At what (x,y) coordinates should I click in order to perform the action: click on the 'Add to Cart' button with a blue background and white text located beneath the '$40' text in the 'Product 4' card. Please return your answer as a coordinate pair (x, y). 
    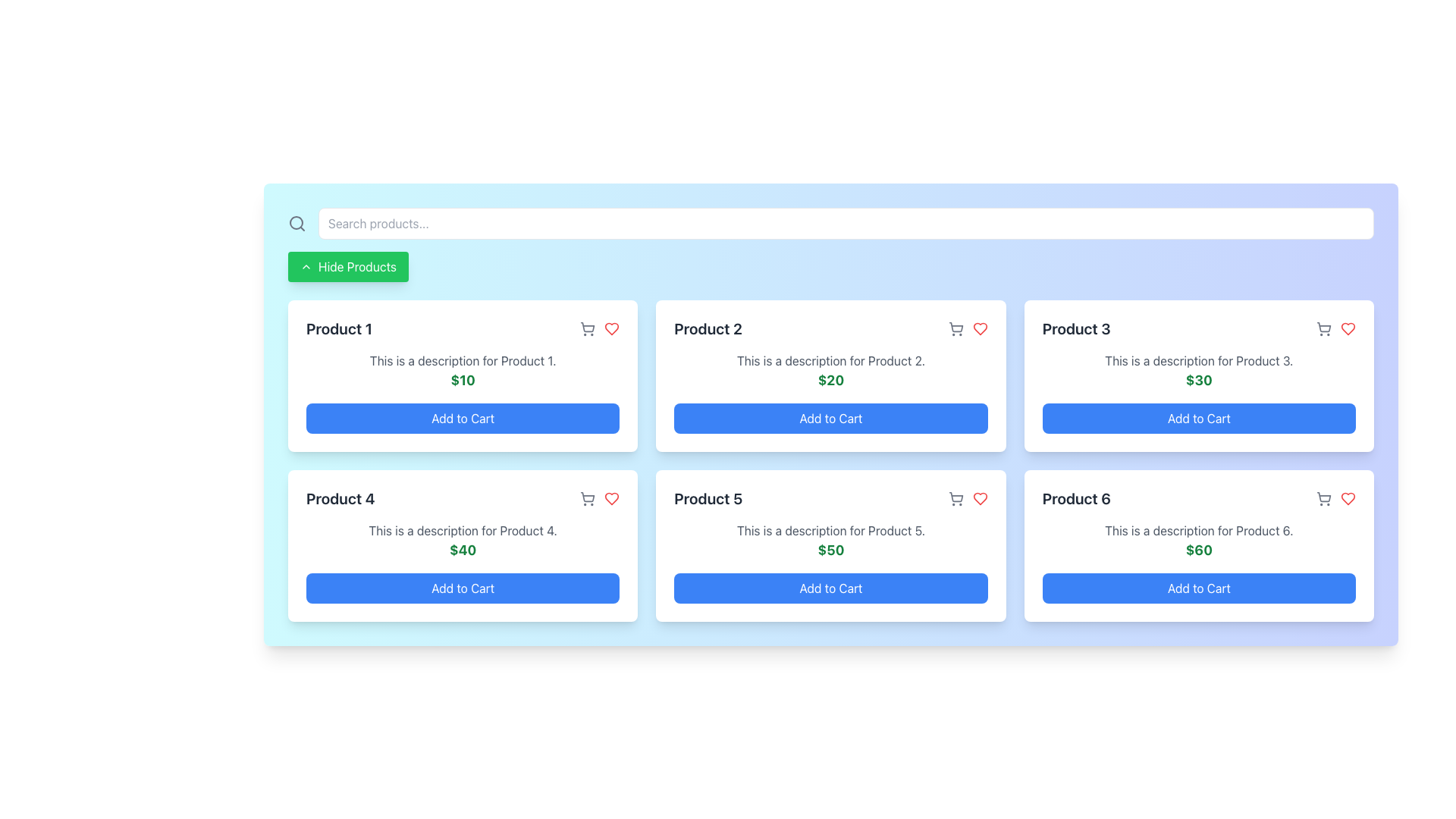
    Looking at the image, I should click on (462, 587).